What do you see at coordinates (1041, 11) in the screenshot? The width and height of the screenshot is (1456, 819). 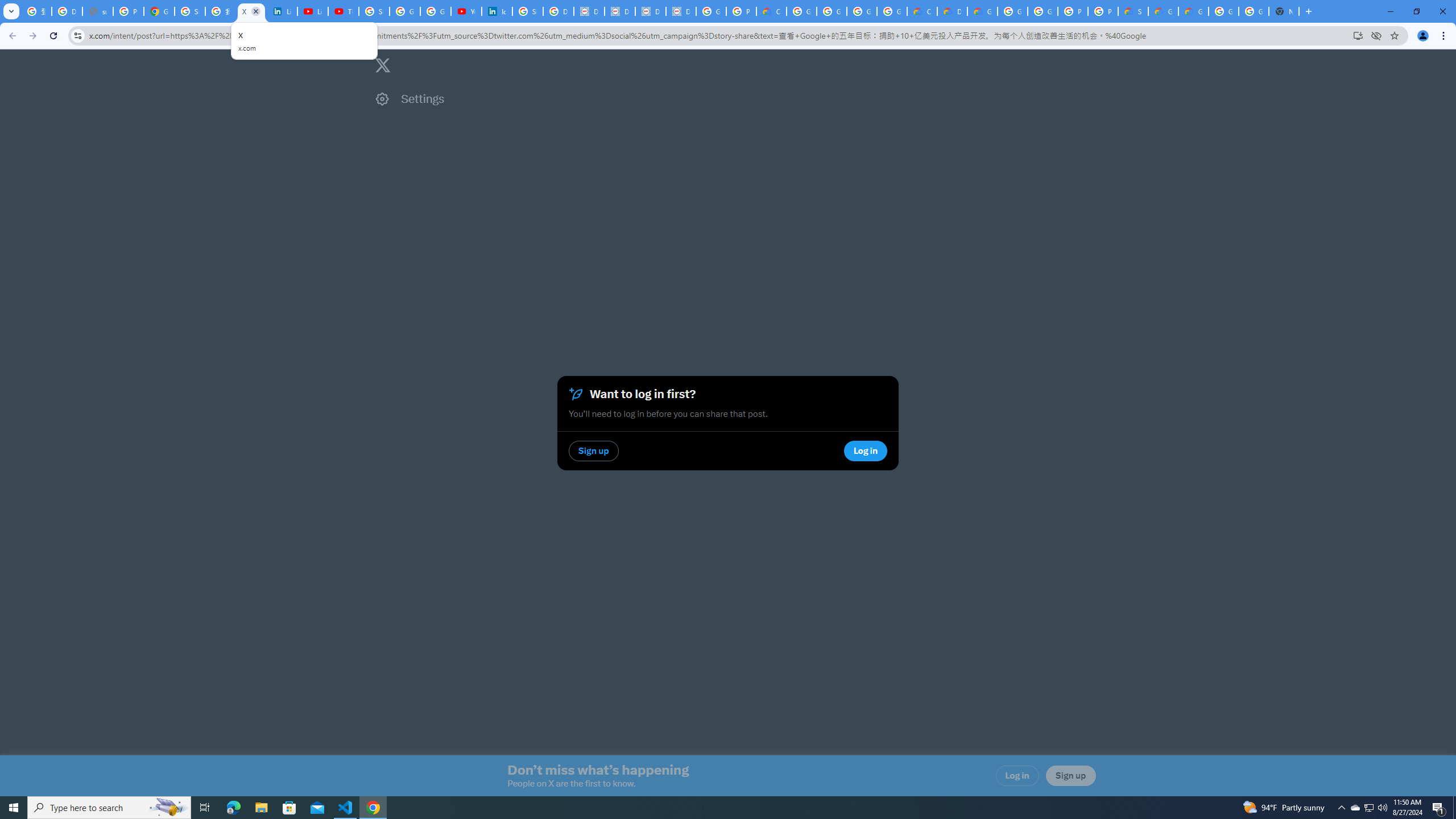 I see `'Google Cloud Platform'` at bounding box center [1041, 11].